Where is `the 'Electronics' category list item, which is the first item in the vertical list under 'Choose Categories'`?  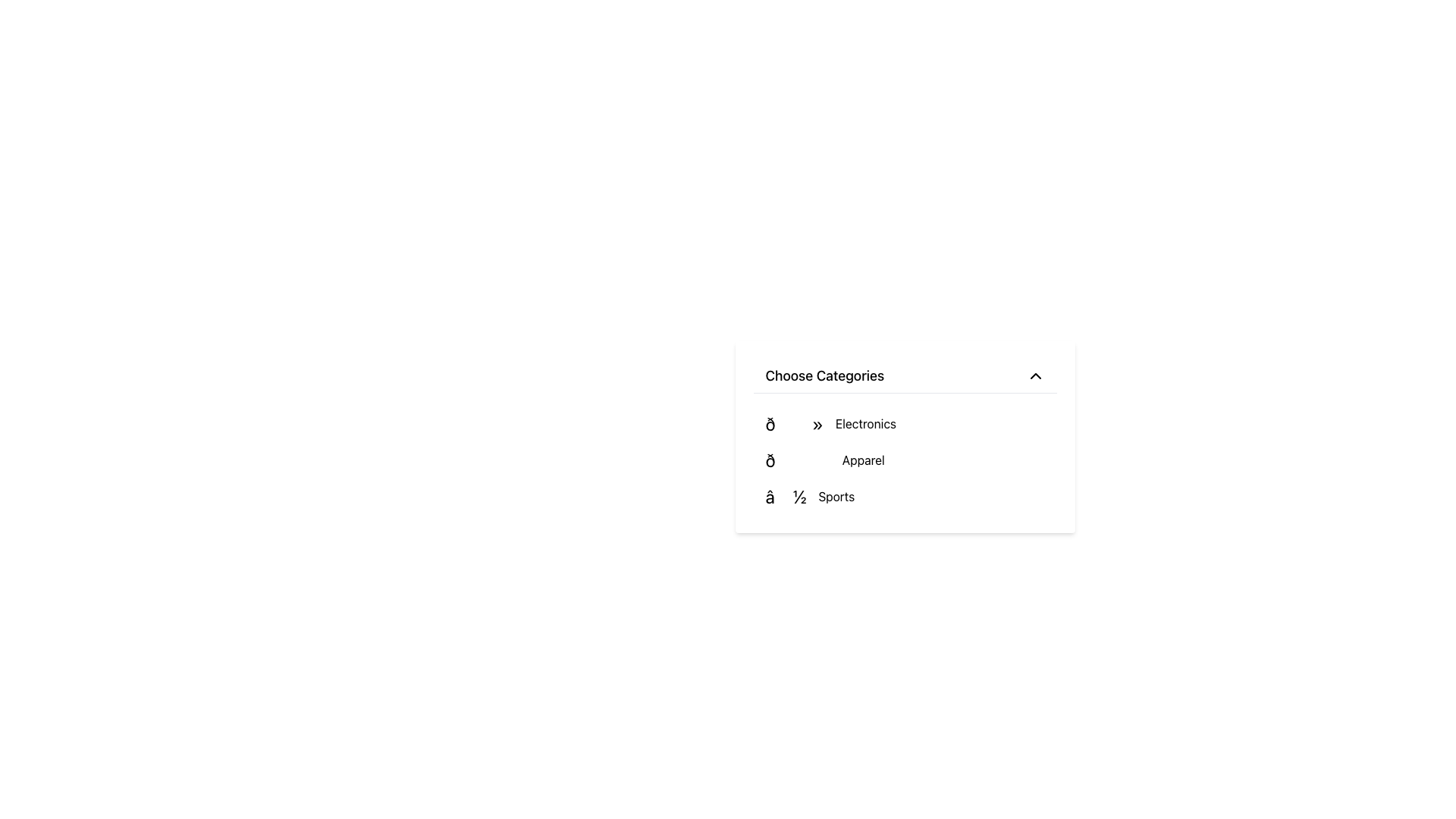
the 'Electronics' category list item, which is the first item in the vertical list under 'Choose Categories' is located at coordinates (905, 424).